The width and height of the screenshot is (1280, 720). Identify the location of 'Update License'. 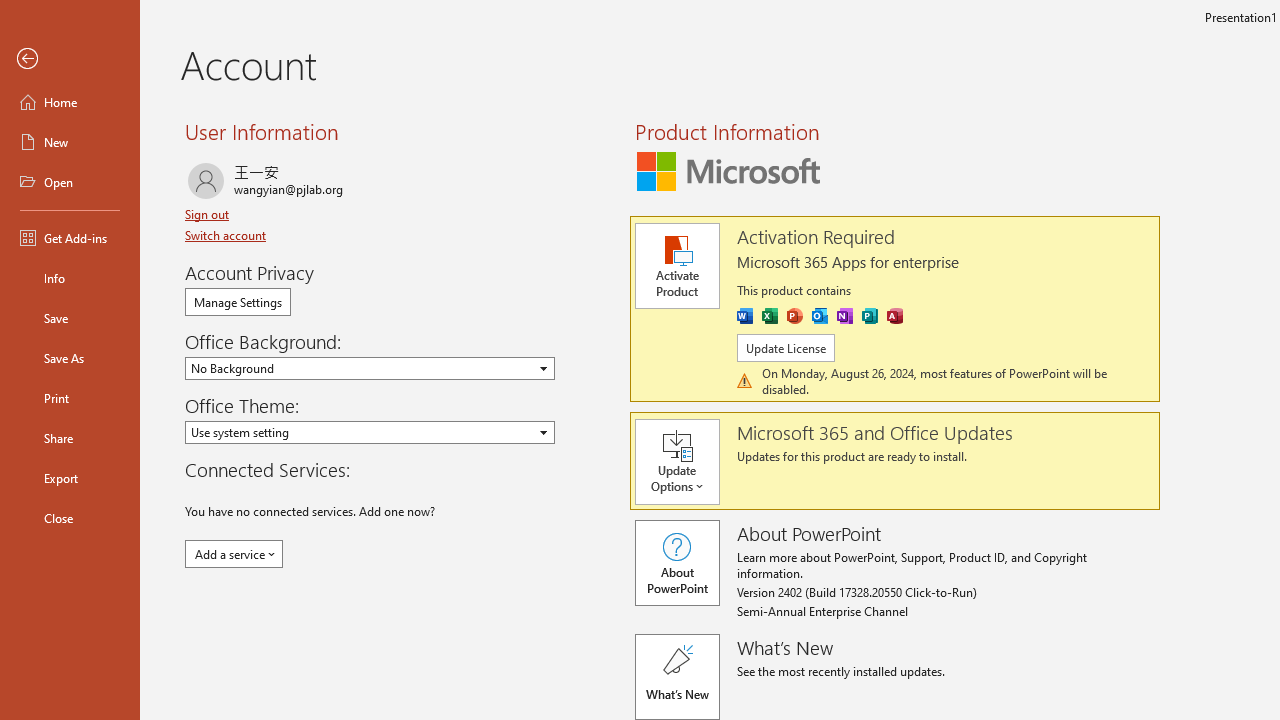
(784, 347).